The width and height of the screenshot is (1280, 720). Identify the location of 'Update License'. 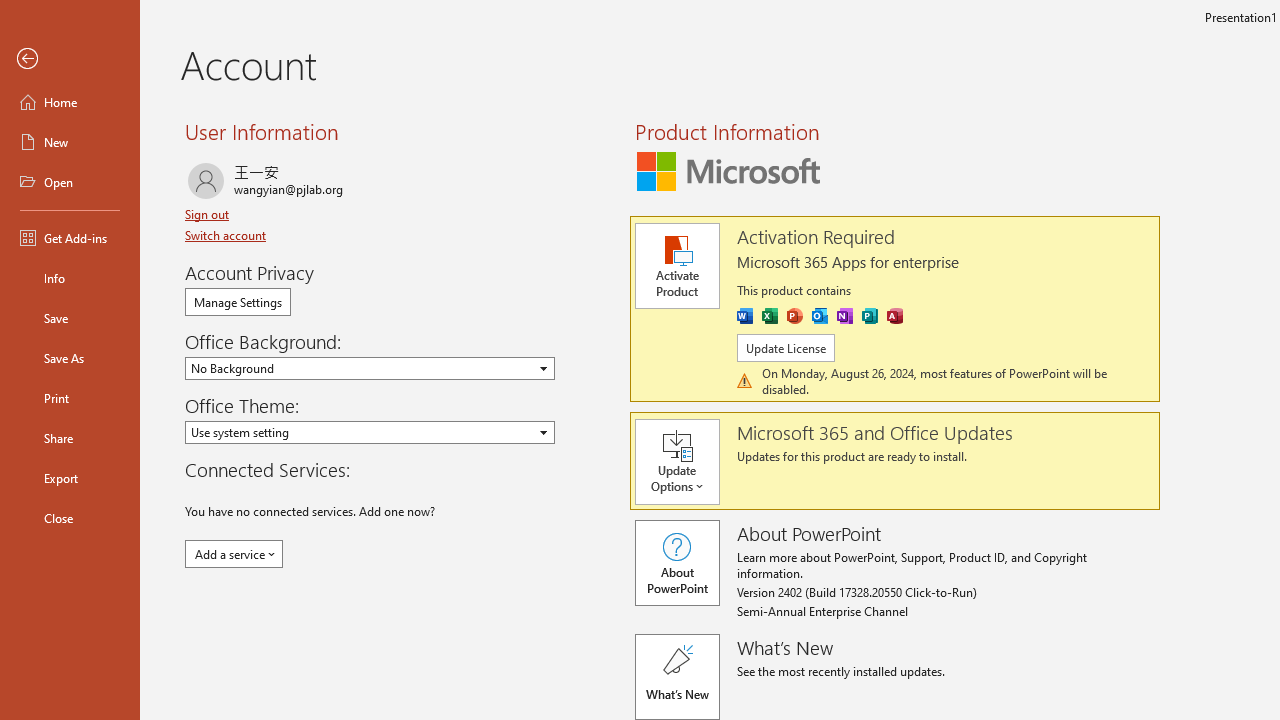
(784, 347).